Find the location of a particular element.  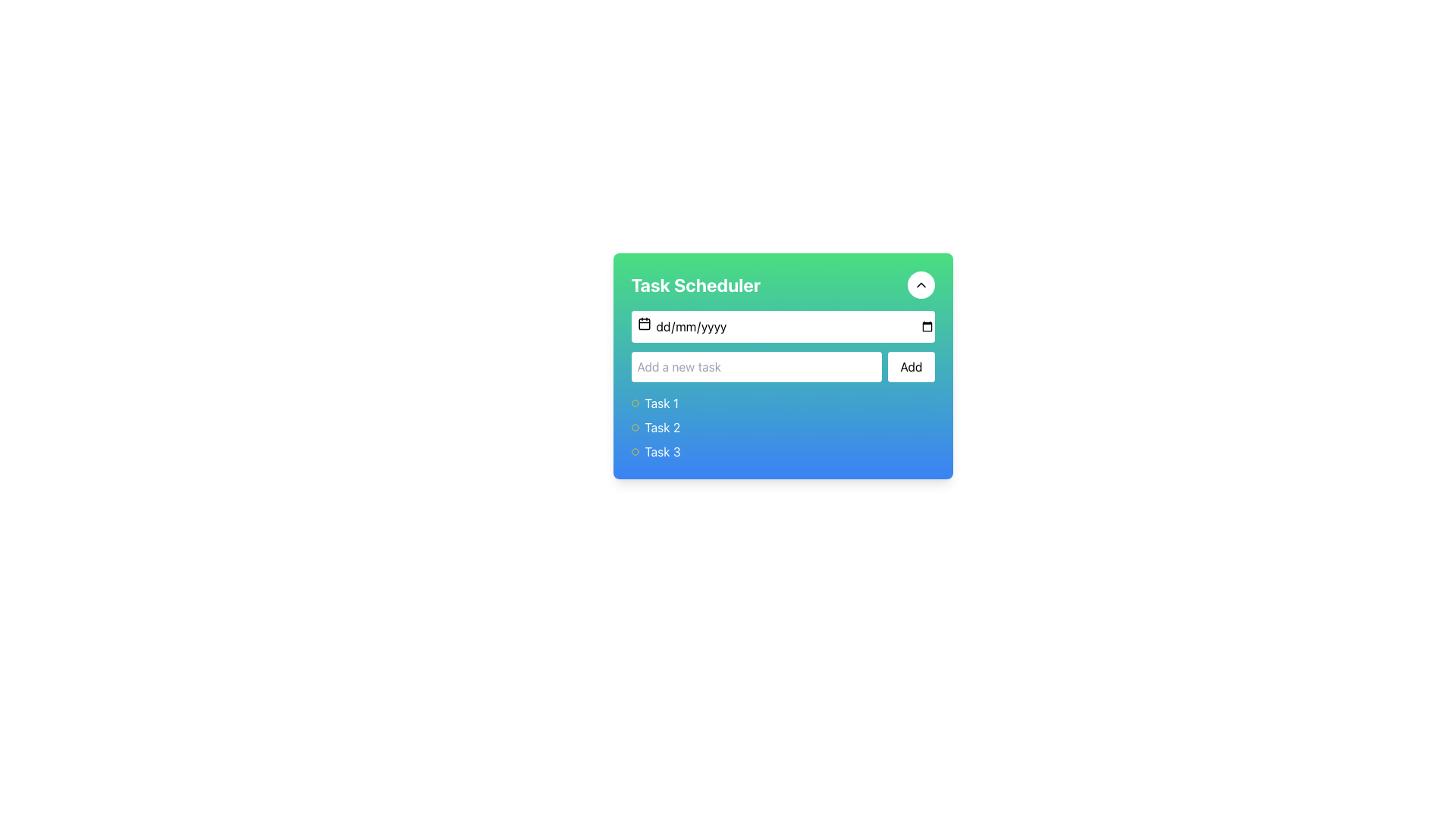

the small circular icon with a bright yellow border located to the left of the text 'Task 2', which serves as a status indicator for the associated task is located at coordinates (635, 427).